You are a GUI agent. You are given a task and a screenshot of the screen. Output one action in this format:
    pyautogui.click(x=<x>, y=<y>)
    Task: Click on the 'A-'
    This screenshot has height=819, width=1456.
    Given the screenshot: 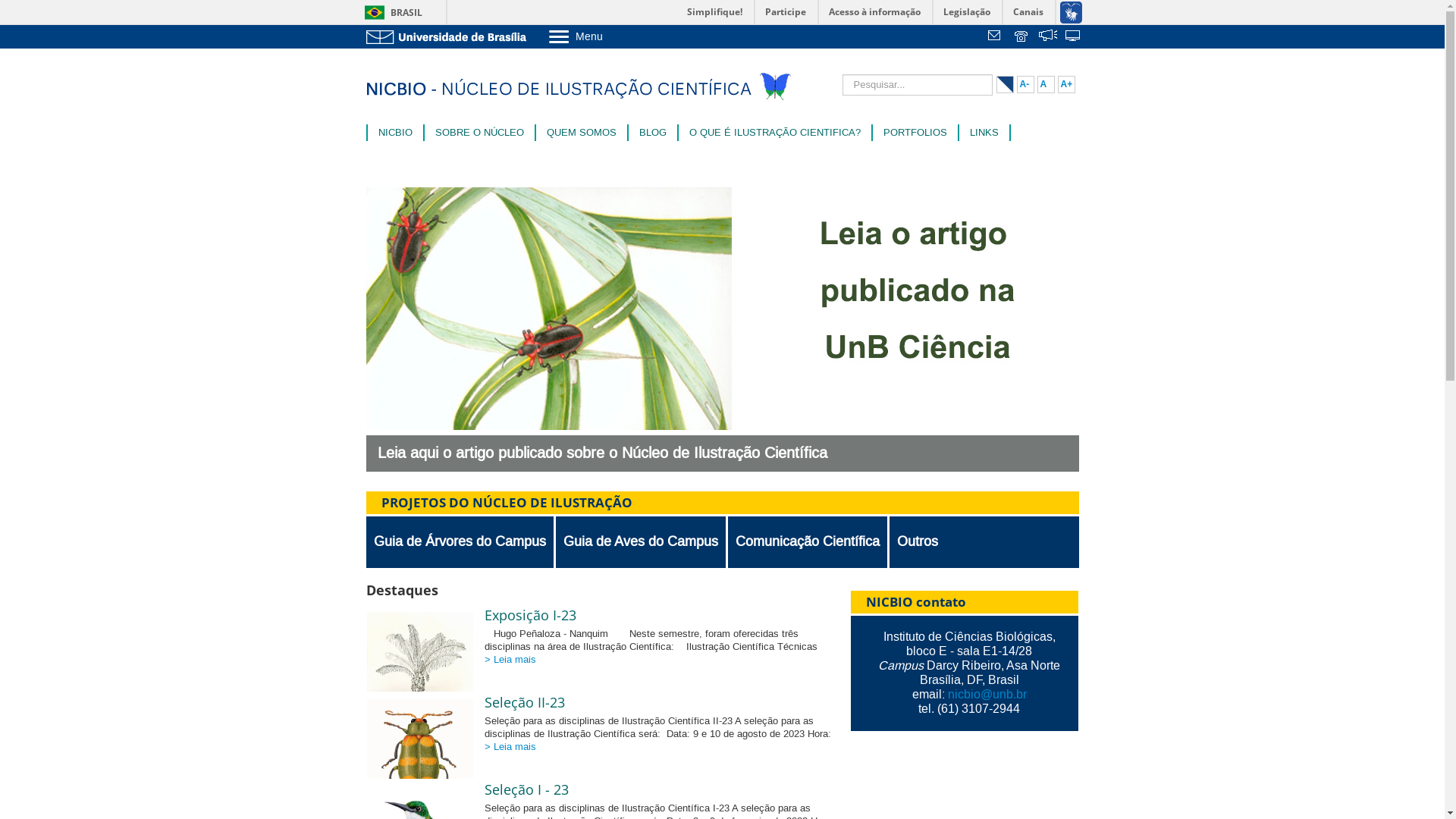 What is the action you would take?
    pyautogui.click(x=1025, y=84)
    